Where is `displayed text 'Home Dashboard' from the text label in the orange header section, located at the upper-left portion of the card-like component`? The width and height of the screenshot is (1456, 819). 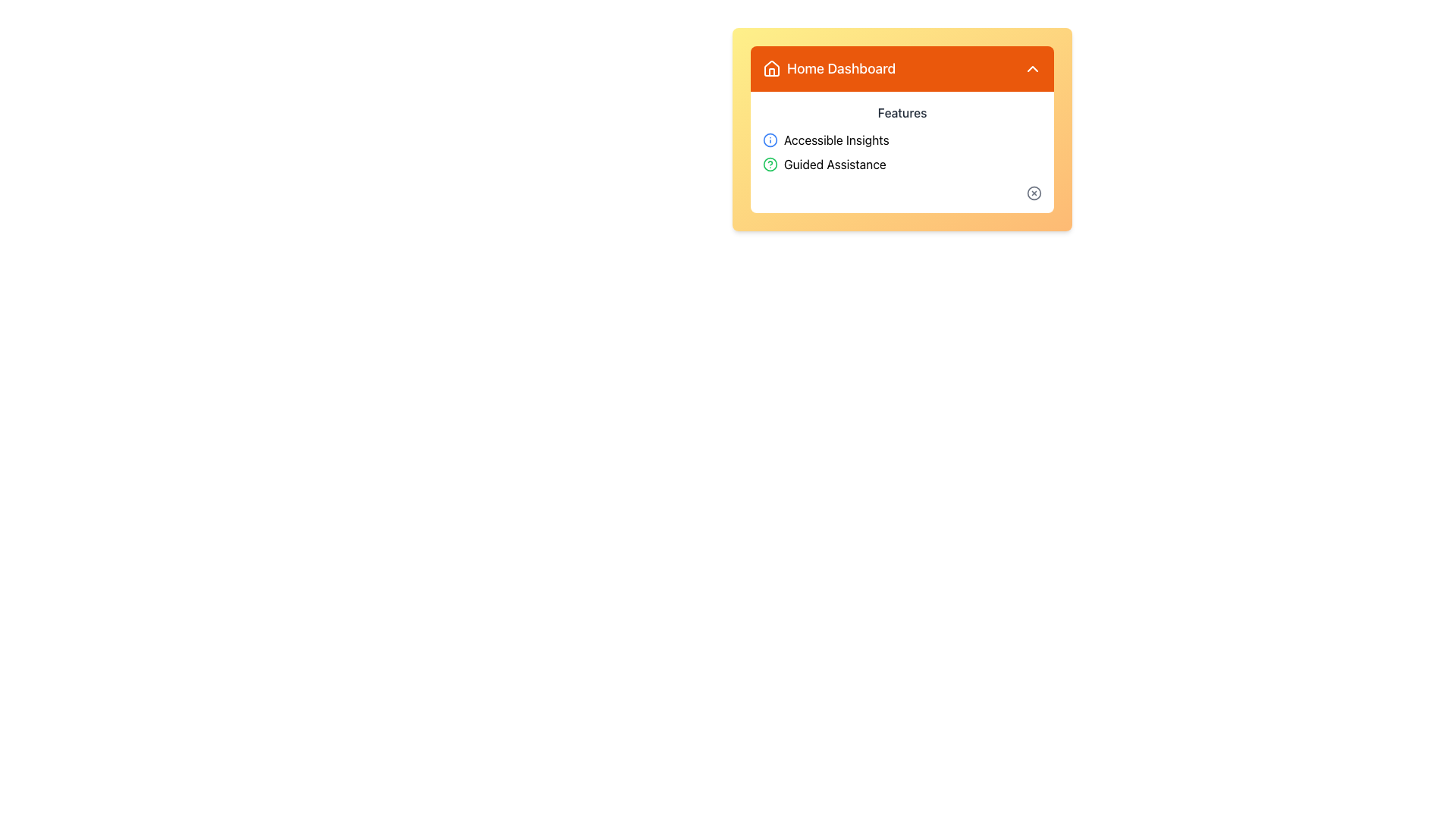
displayed text 'Home Dashboard' from the text label in the orange header section, located at the upper-left portion of the card-like component is located at coordinates (828, 69).